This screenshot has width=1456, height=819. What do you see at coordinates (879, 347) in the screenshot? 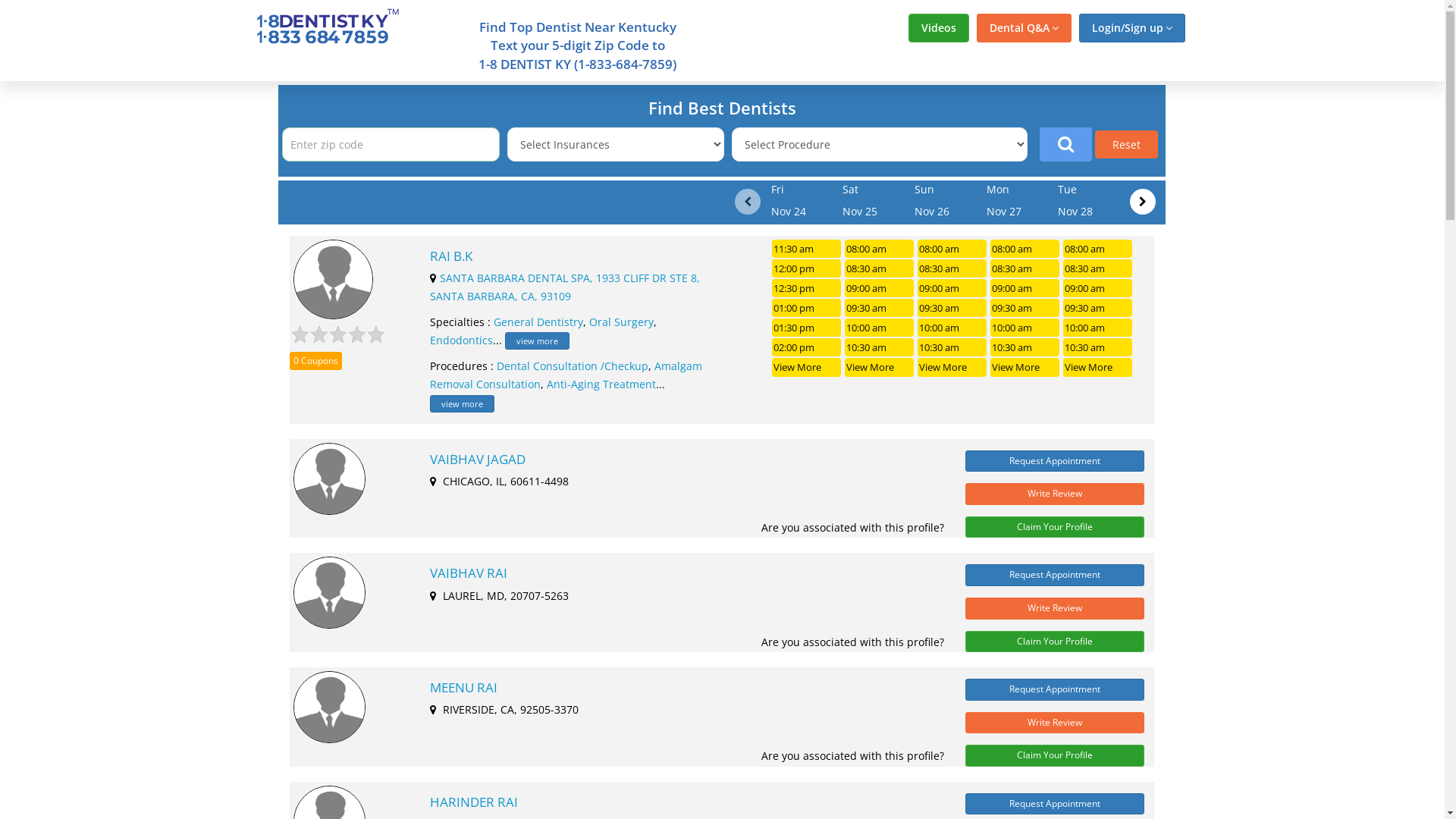
I see `'10:30 am'` at bounding box center [879, 347].